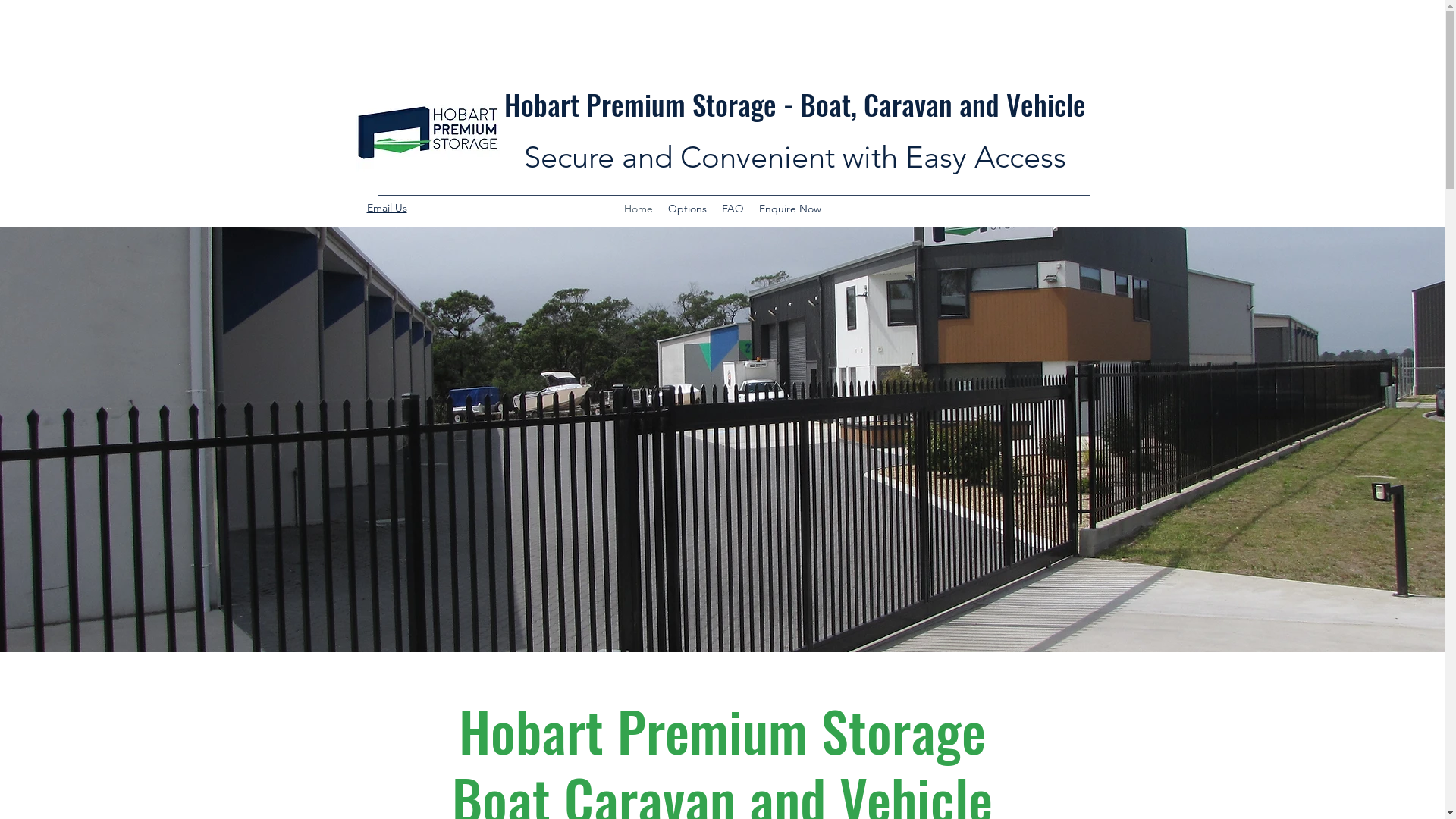 This screenshot has width=1456, height=819. What do you see at coordinates (789, 208) in the screenshot?
I see `'Enquire Now'` at bounding box center [789, 208].